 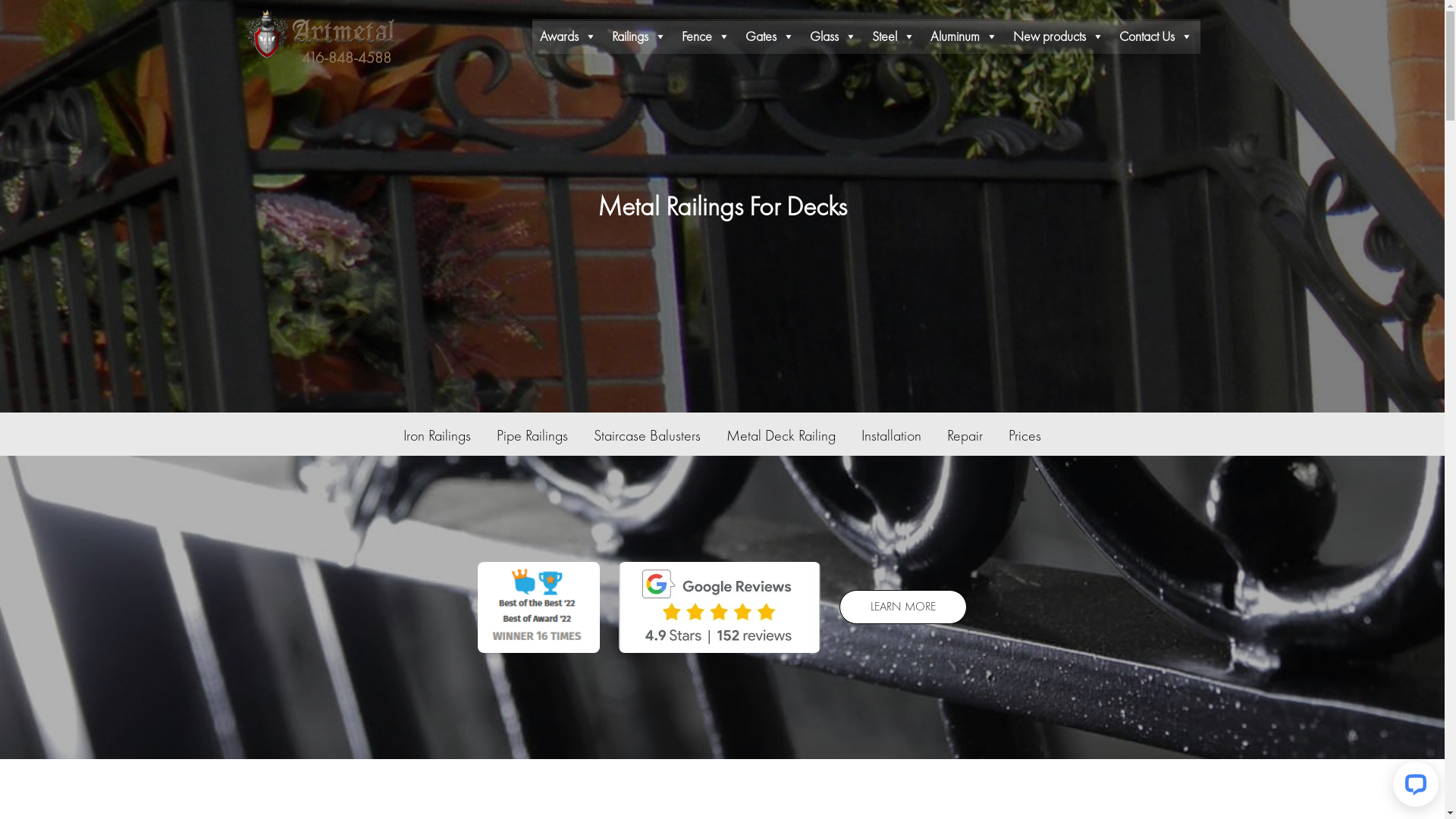 What do you see at coordinates (1025, 435) in the screenshot?
I see `'Prices'` at bounding box center [1025, 435].